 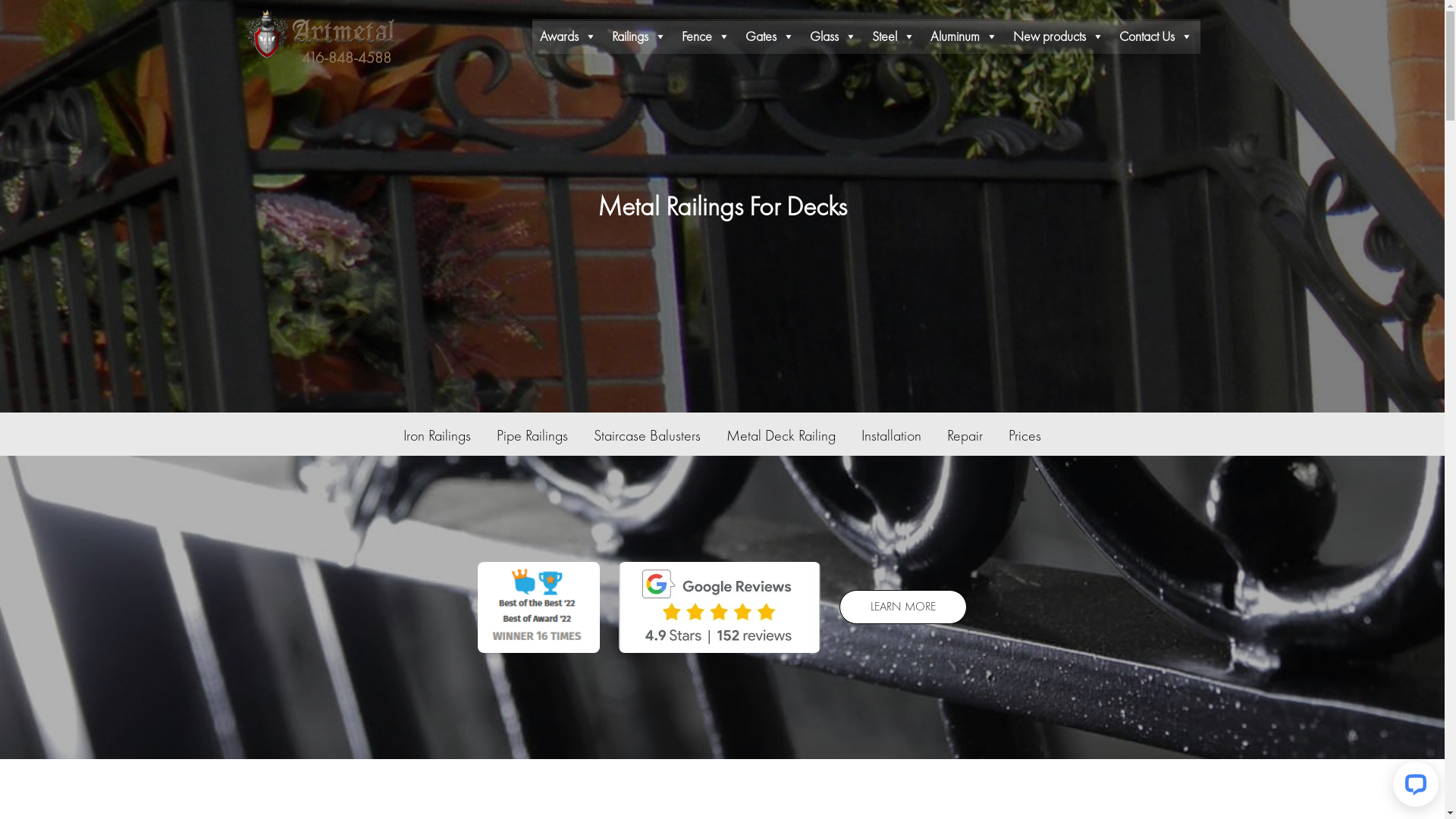 What do you see at coordinates (1025, 435) in the screenshot?
I see `'Prices'` at bounding box center [1025, 435].